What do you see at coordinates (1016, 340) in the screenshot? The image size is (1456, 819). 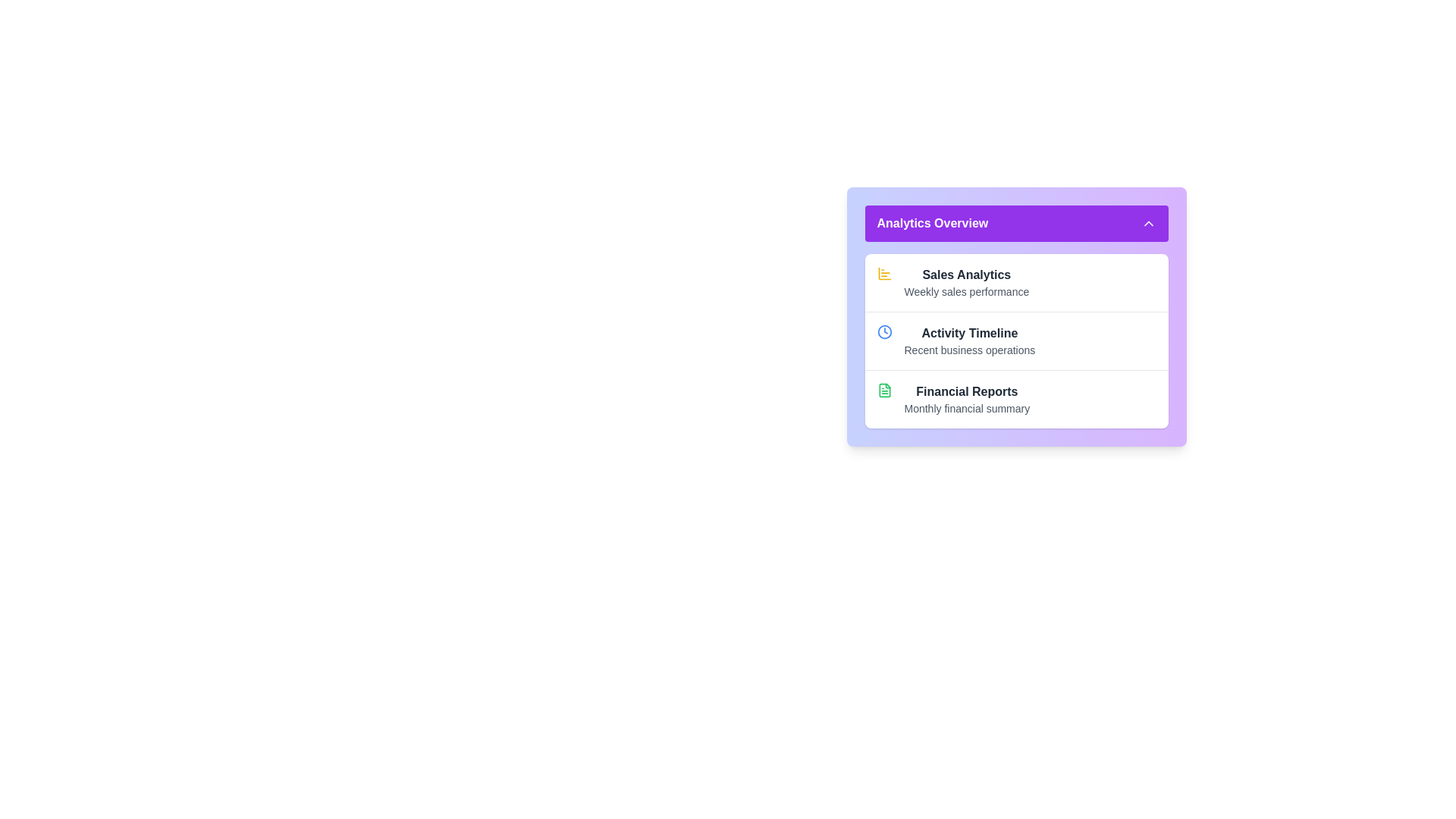 I see `the list item displaying a blue circular icon with a clock symbol and the title 'Activity Timeline'` at bounding box center [1016, 340].